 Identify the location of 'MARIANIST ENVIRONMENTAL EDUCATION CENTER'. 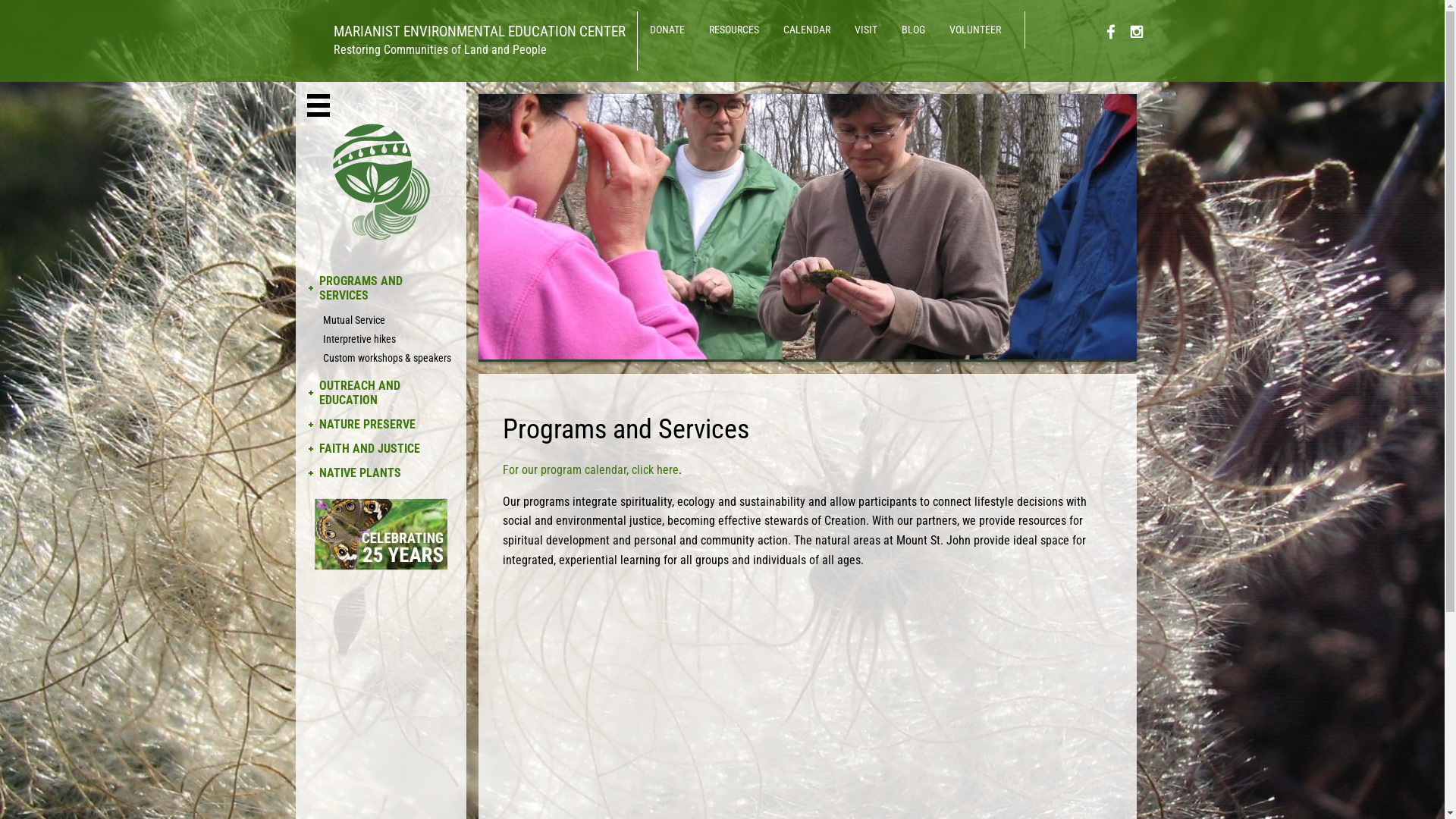
(460, 32).